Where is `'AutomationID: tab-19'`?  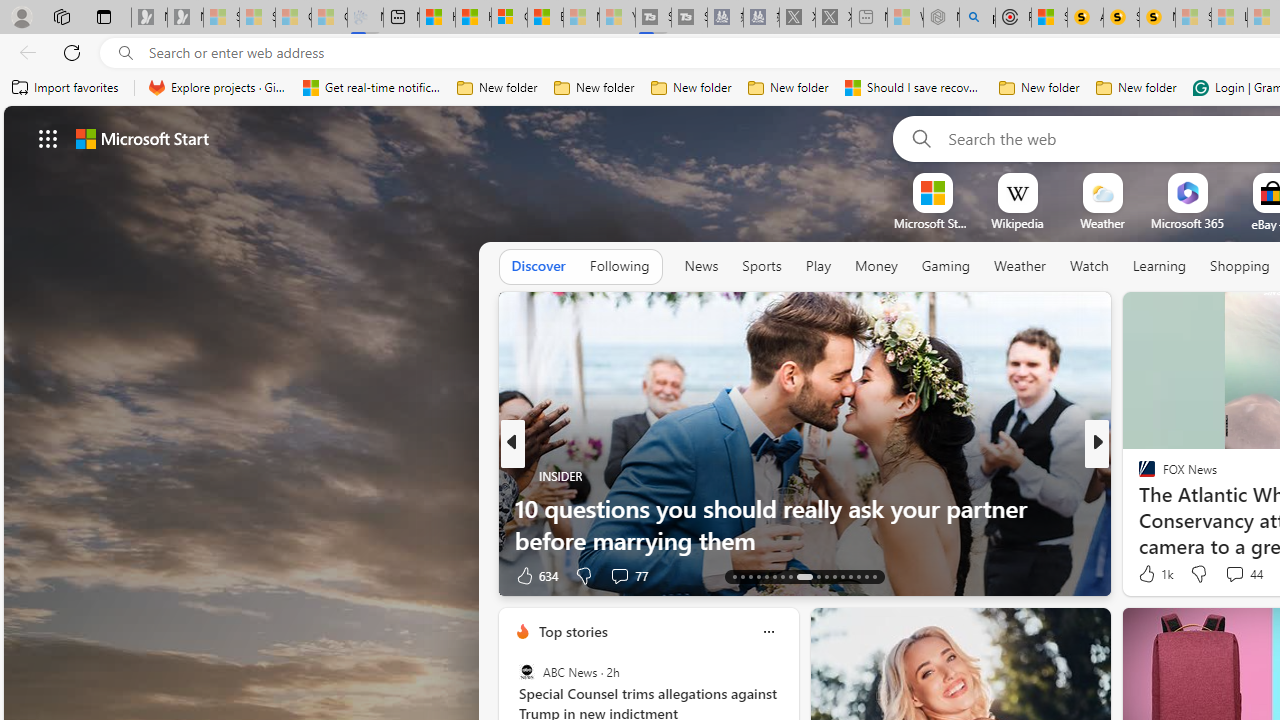 'AutomationID: tab-19' is located at coordinates (781, 577).